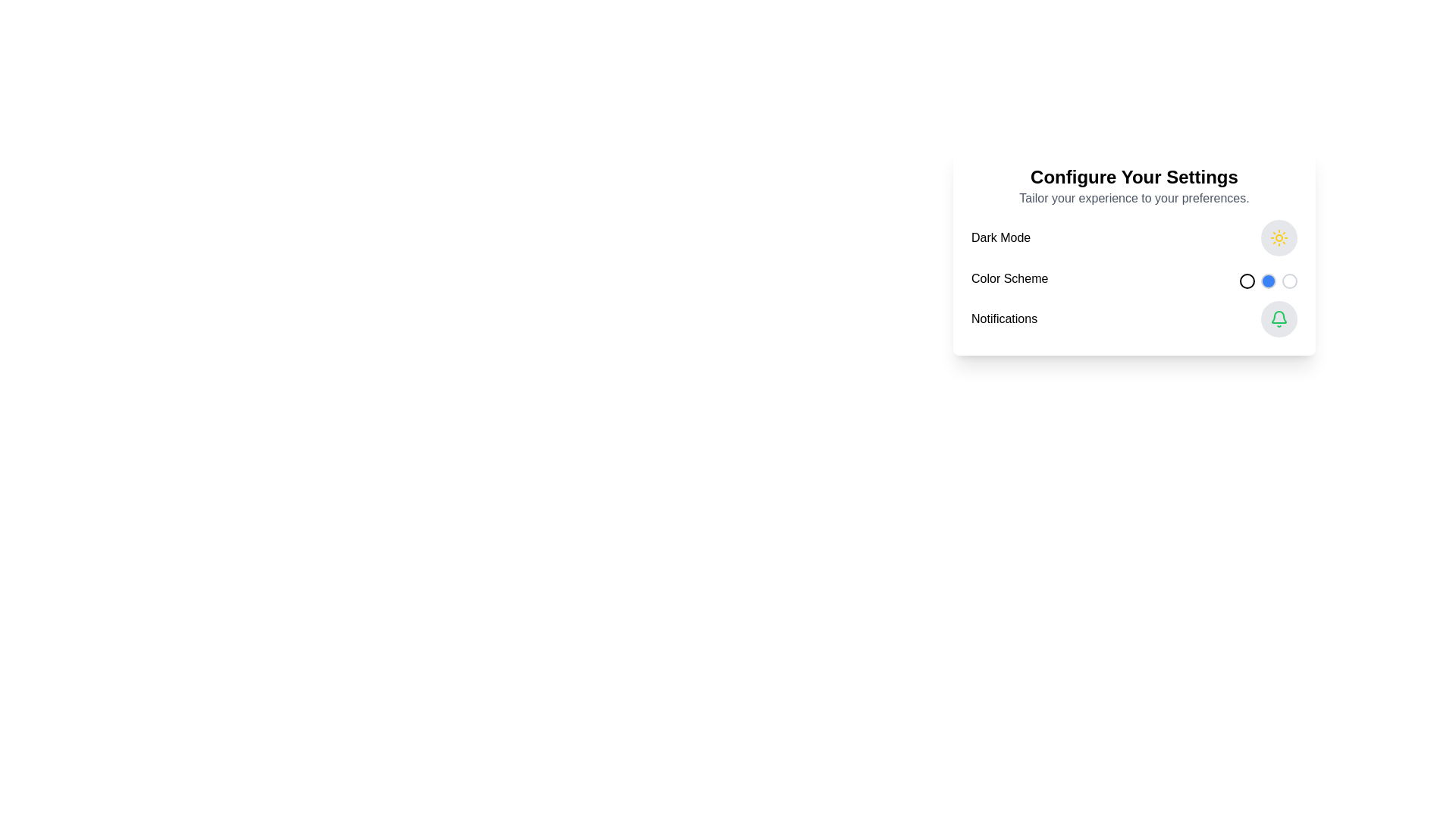 This screenshot has height=819, width=1456. Describe the element at coordinates (1009, 278) in the screenshot. I see `the static text label displaying 'Color Scheme', which is positioned under the 'Dark Mode' label and to the left of the color scheme option buttons` at that location.